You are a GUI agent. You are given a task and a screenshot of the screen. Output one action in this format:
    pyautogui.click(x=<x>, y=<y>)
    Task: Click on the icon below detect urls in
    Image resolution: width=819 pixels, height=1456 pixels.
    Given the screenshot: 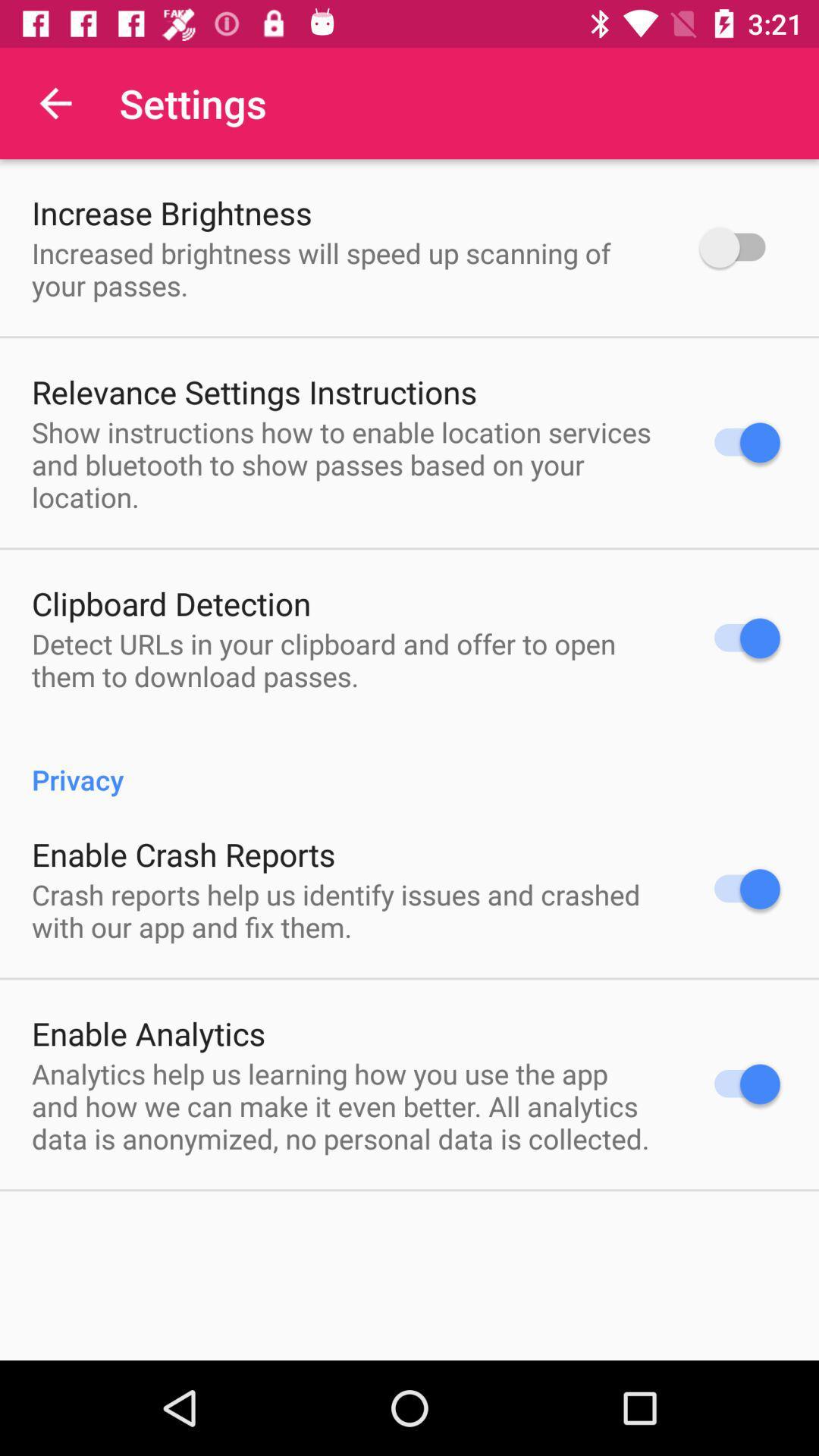 What is the action you would take?
    pyautogui.click(x=409, y=764)
    